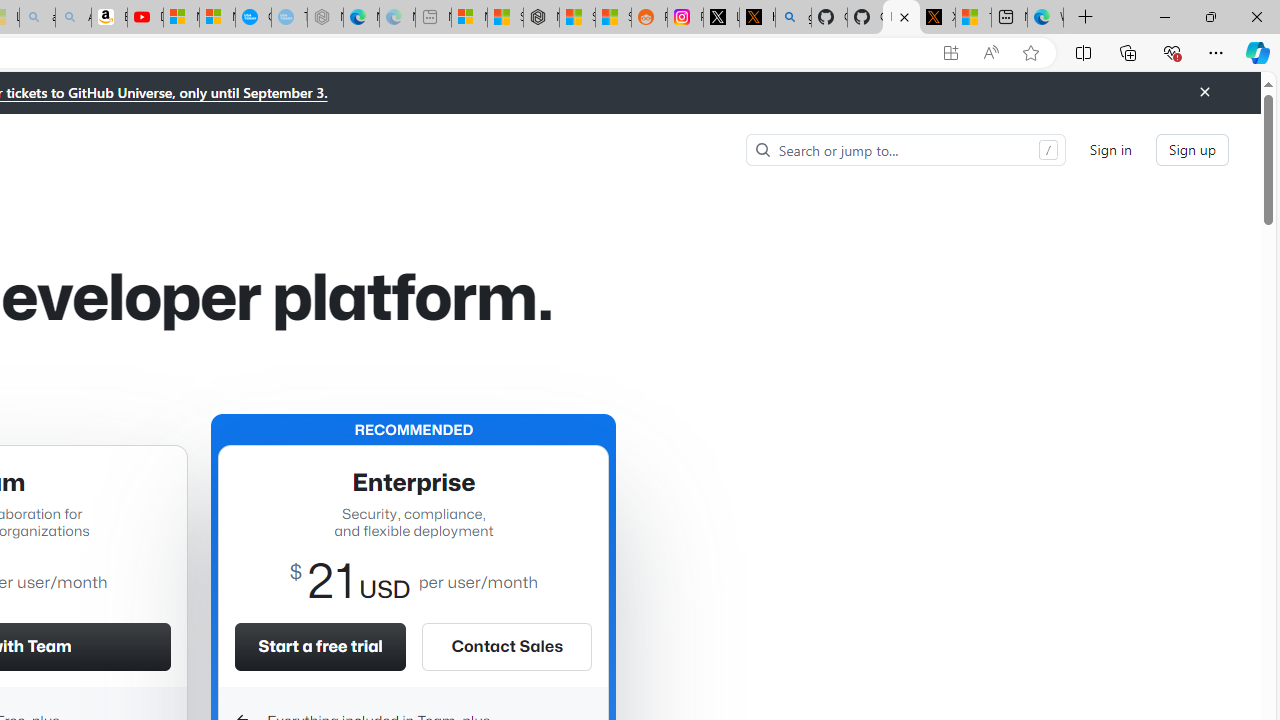  Describe the element at coordinates (468, 17) in the screenshot. I see `'Microsoft account | Microsoft Account Privacy Settings'` at that location.